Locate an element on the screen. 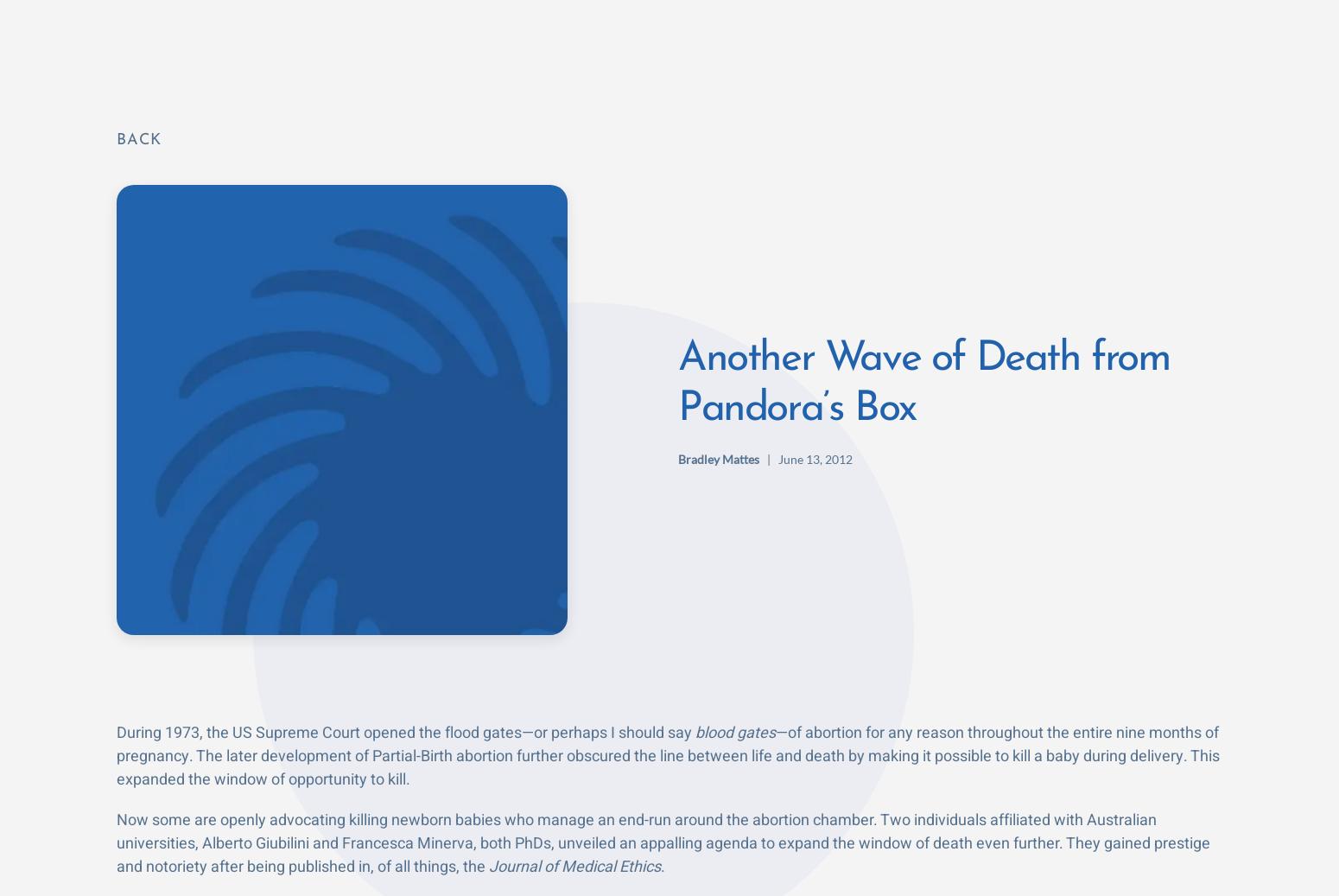  'Research' is located at coordinates (727, 41).